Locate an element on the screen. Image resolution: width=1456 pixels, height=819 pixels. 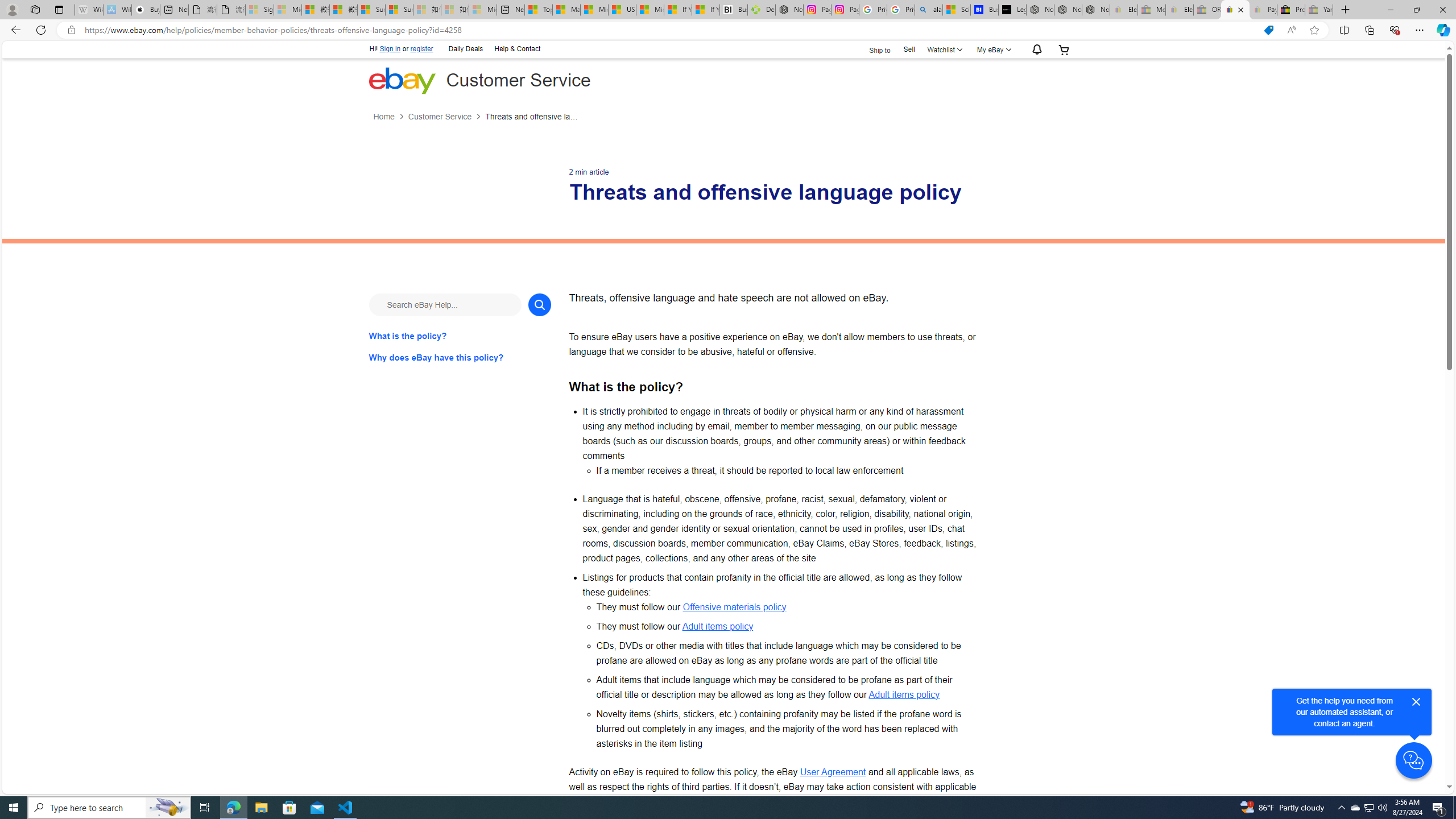
'Back' is located at coordinates (14, 29).